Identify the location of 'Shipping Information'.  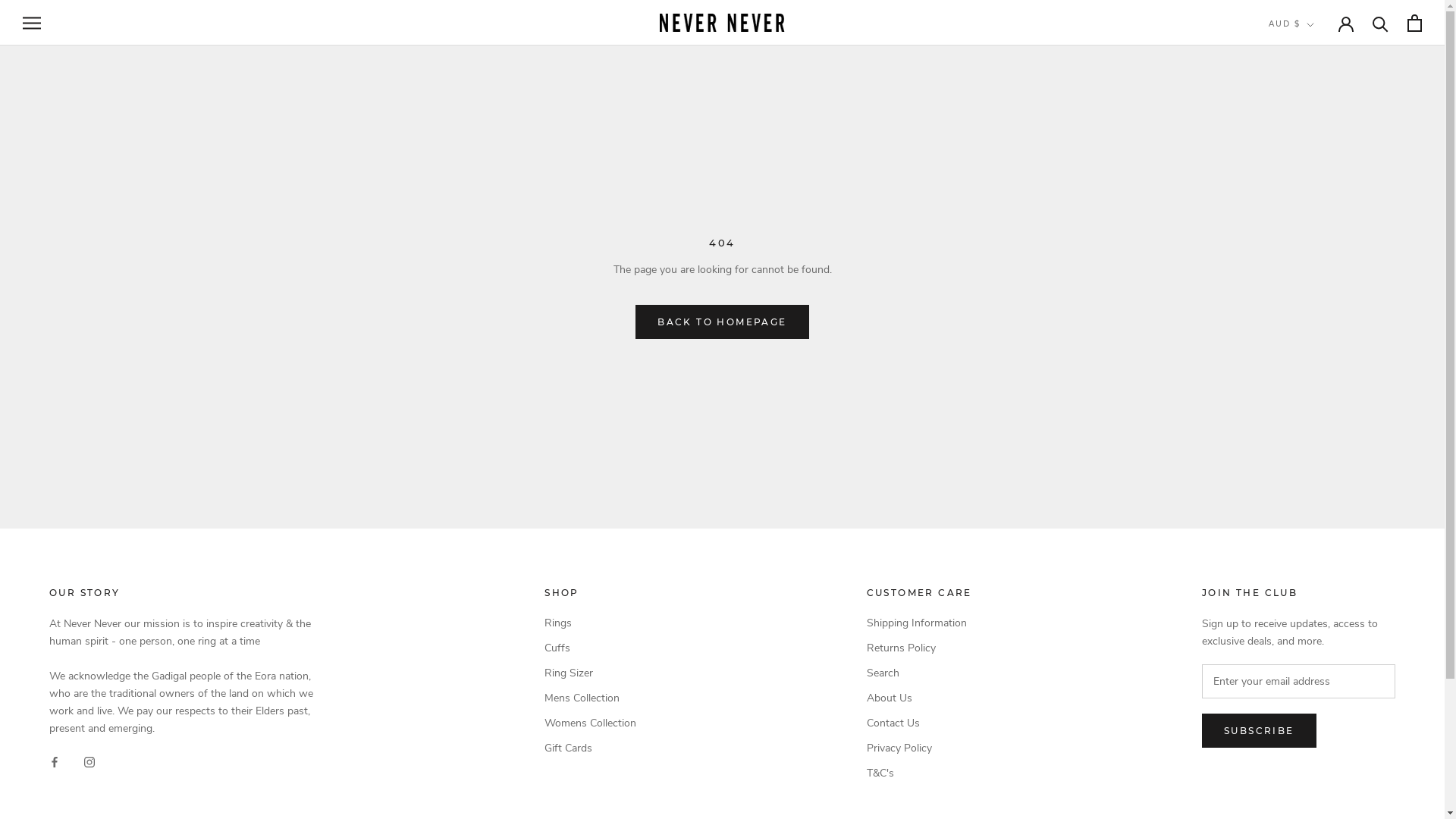
(918, 623).